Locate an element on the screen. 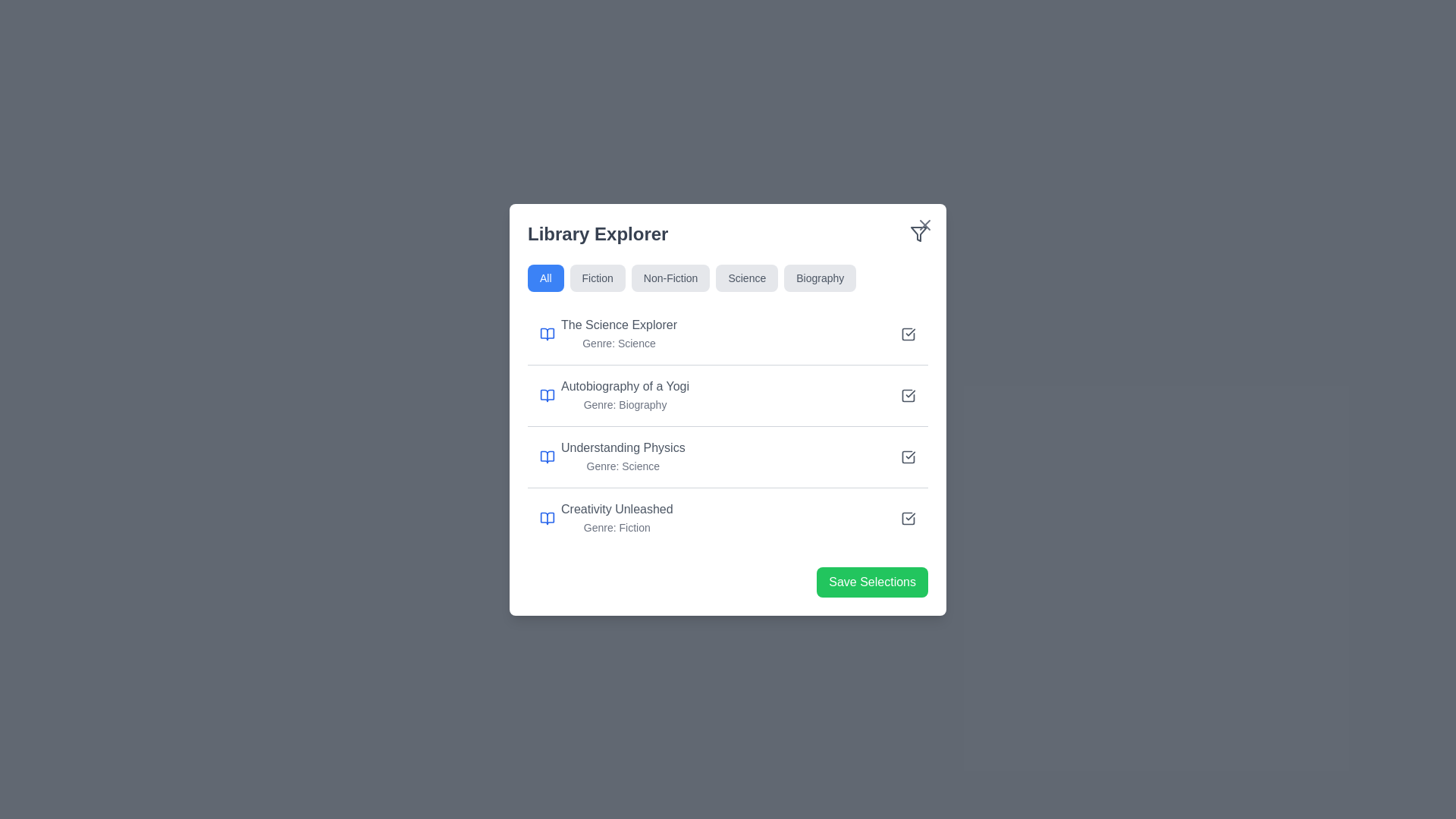 Image resolution: width=1456 pixels, height=819 pixels. the icon representing 'Creativity Unleashed' in the Library Explorer panel, positioned in the fourth entry of the list is located at coordinates (546, 516).